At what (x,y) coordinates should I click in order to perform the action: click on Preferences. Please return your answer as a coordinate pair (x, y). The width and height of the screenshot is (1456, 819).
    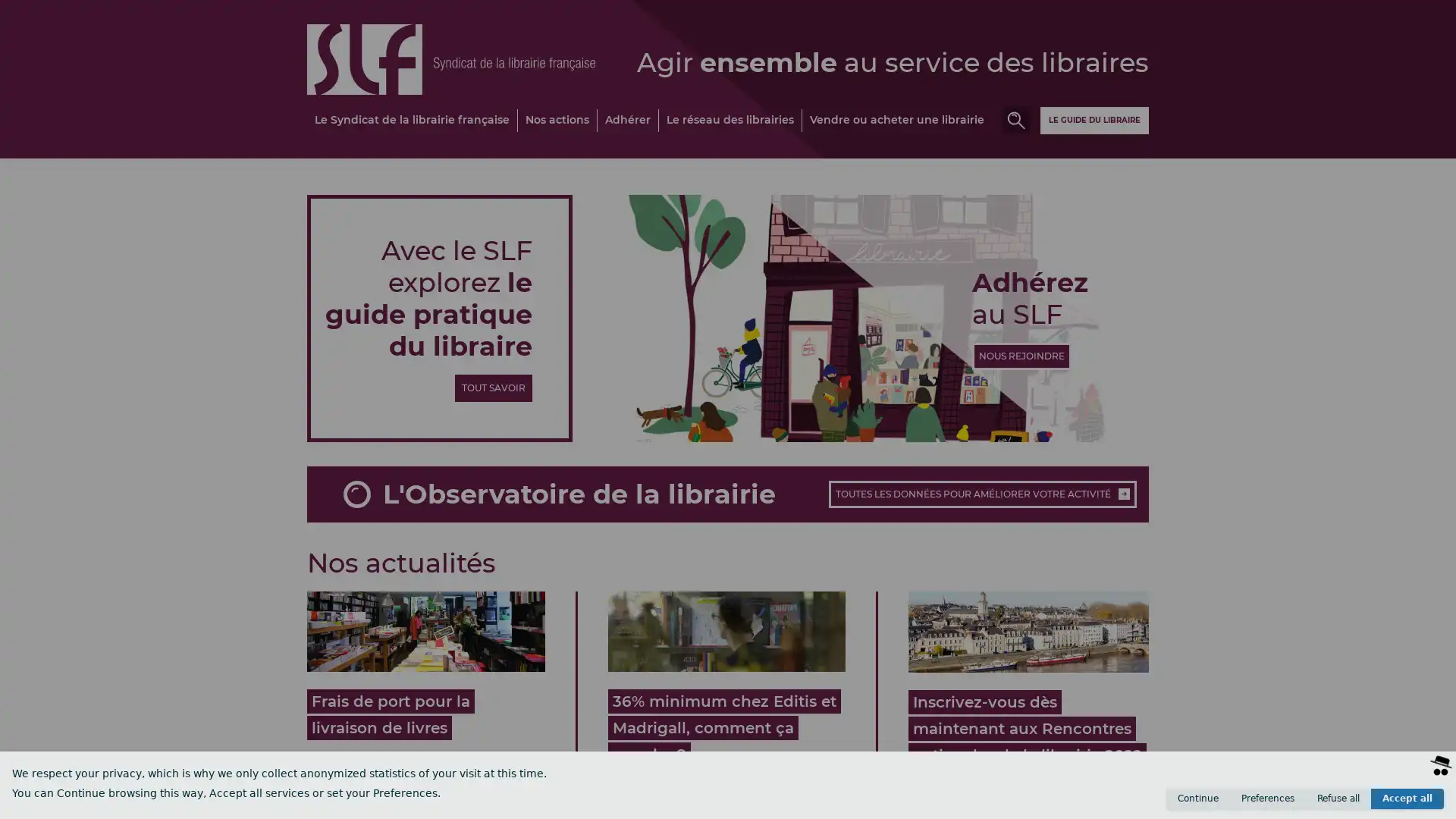
    Looking at the image, I should click on (1267, 798).